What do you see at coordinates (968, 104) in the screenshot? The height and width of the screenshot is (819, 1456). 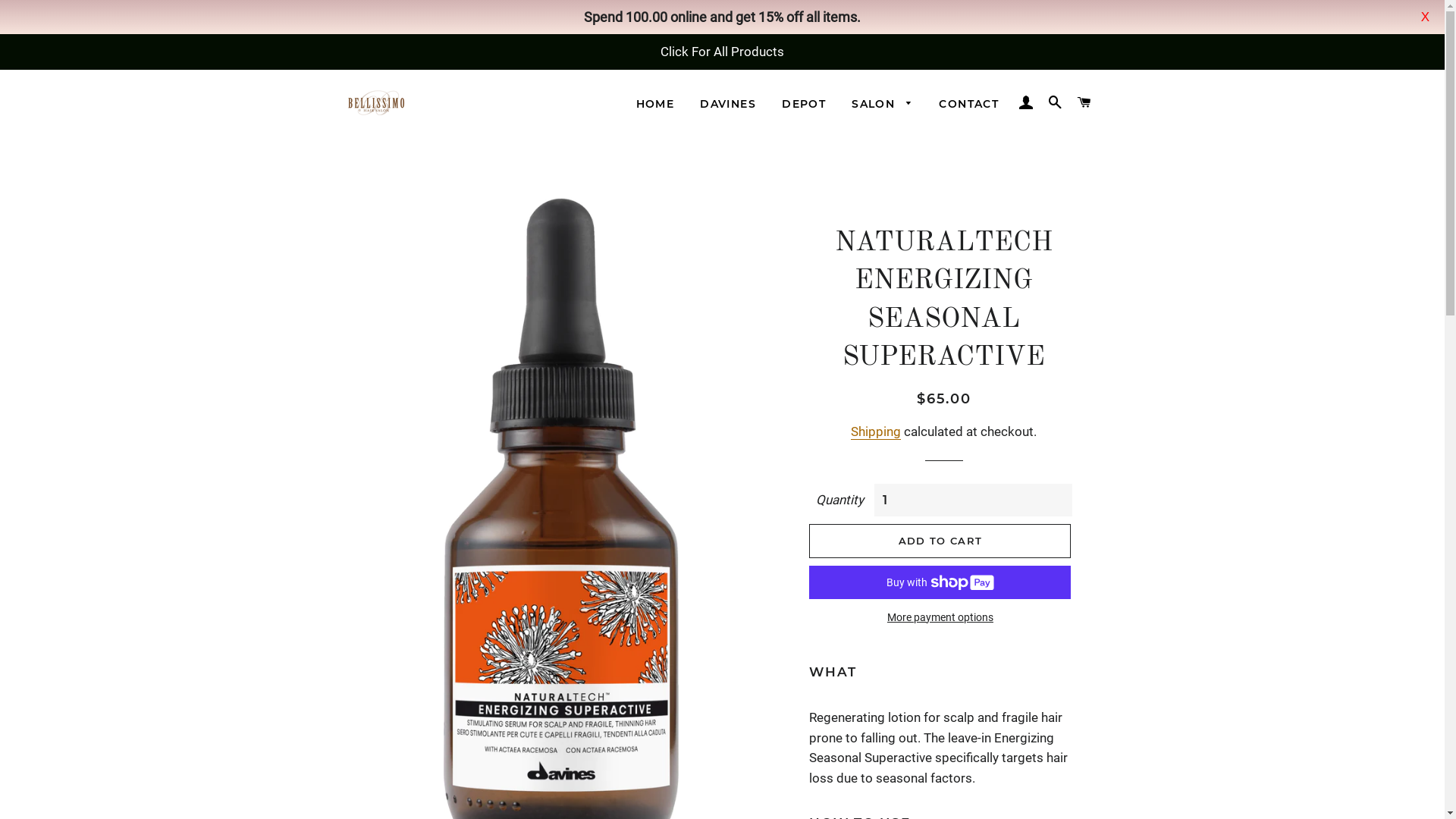 I see `'CONTACT'` at bounding box center [968, 104].